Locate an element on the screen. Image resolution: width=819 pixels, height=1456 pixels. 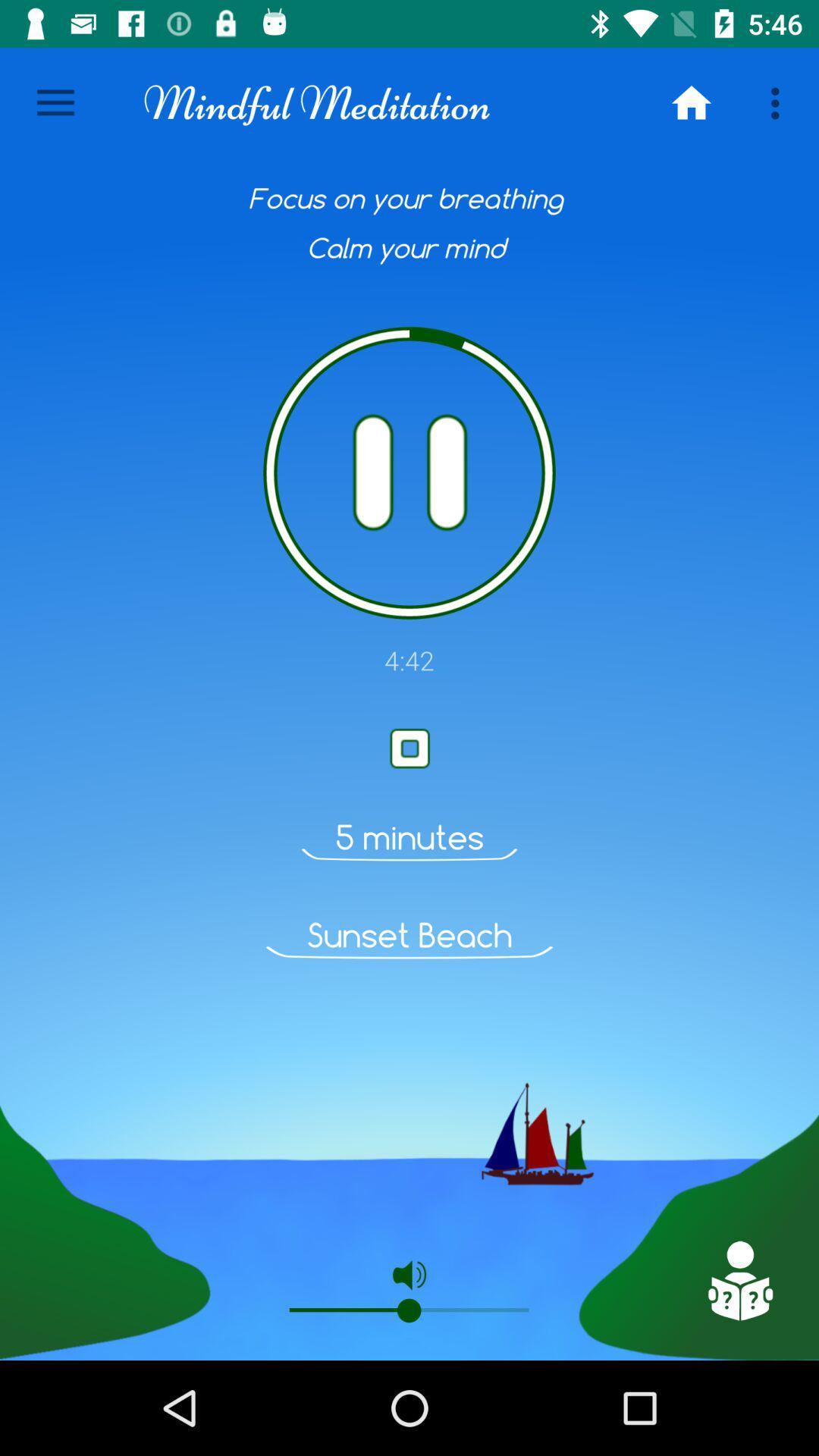
the icon next to mindful meditation is located at coordinates (55, 102).